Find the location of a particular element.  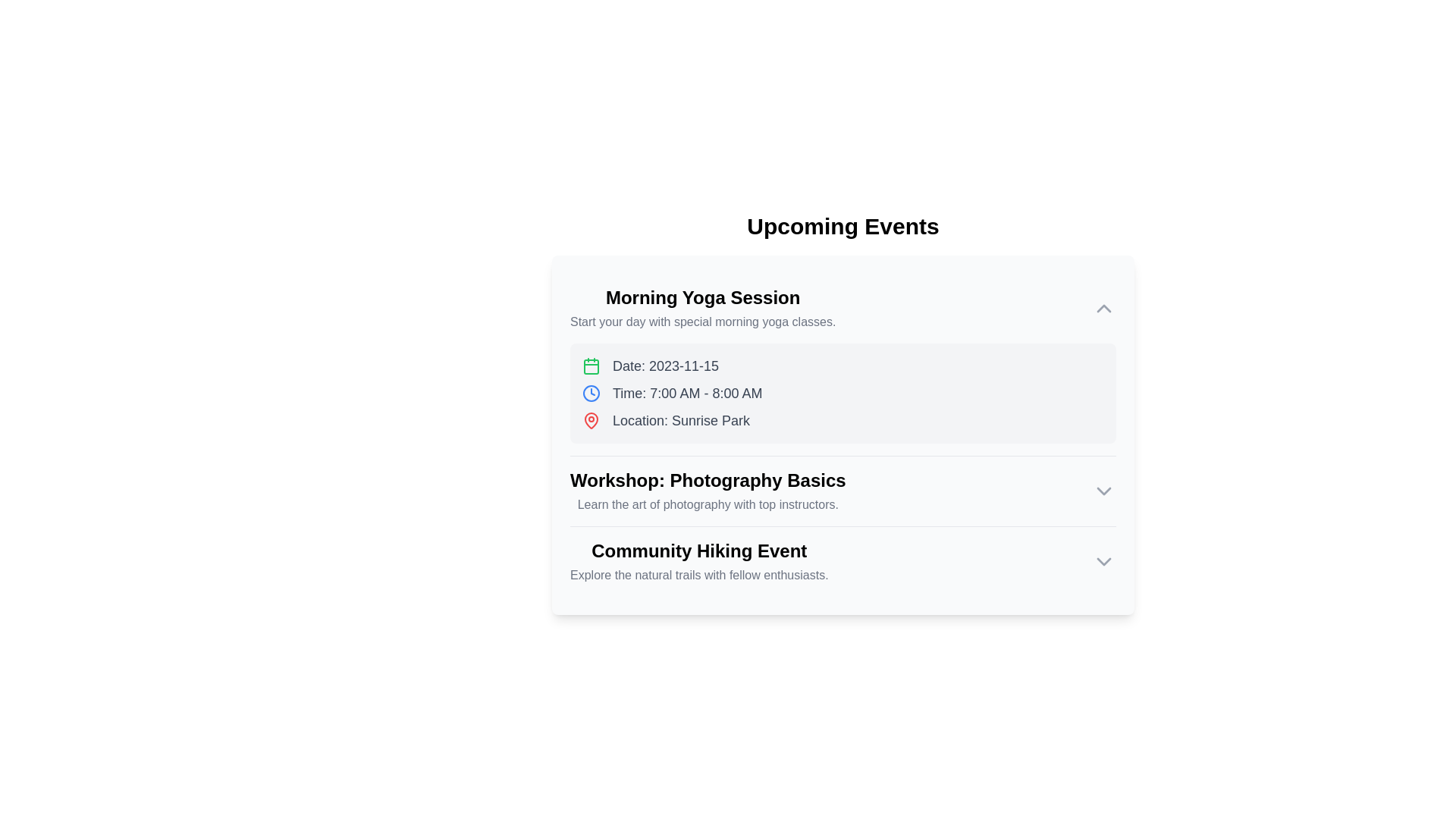

the static text label displaying the date of the 'Morning Yoga Session' event, which is positioned to the left of the time information and to the right of the green calendar icon is located at coordinates (666, 366).